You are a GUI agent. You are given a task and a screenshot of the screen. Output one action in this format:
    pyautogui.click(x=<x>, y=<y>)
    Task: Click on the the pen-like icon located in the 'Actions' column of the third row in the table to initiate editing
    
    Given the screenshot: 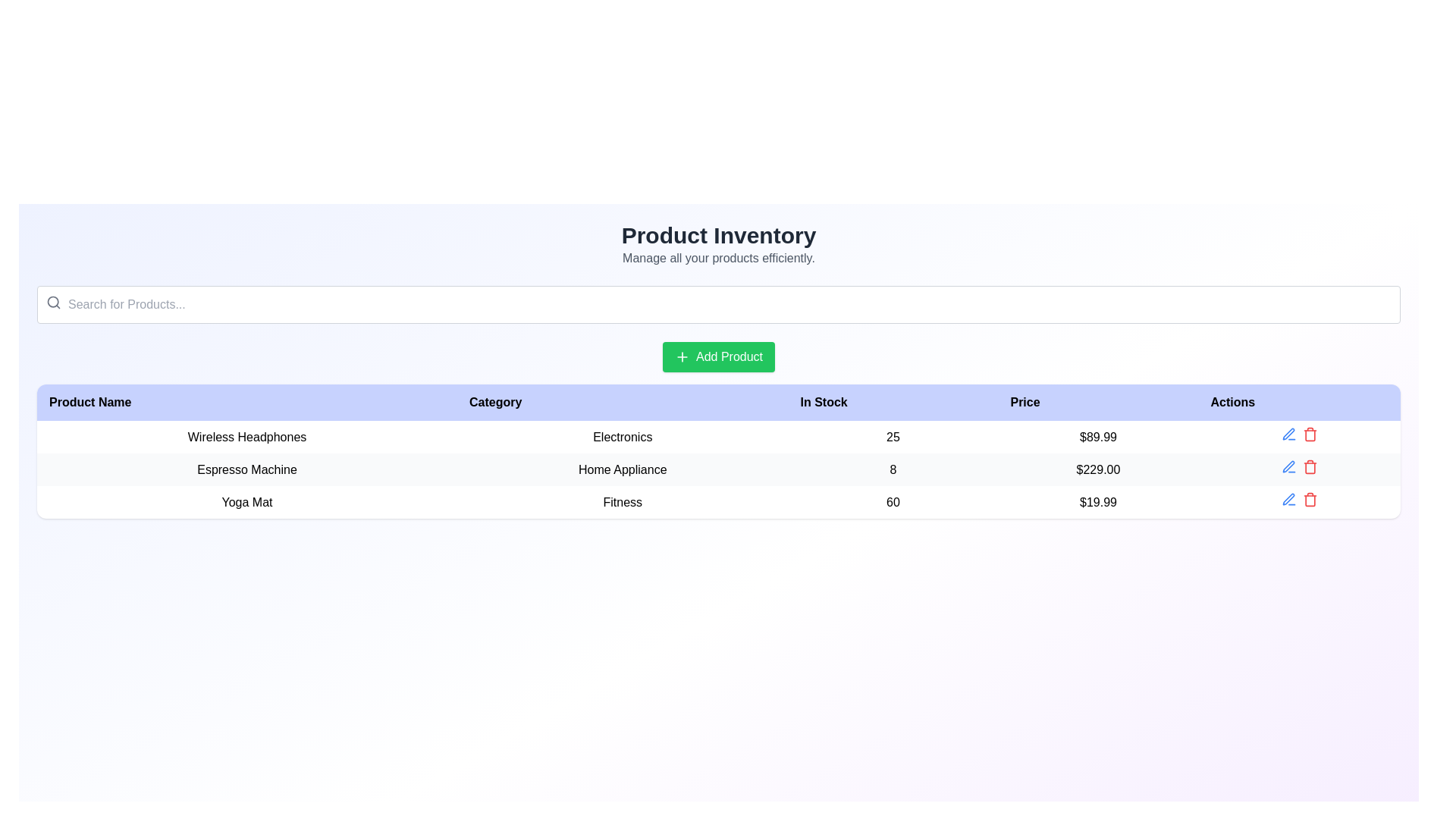 What is the action you would take?
    pyautogui.click(x=1288, y=499)
    